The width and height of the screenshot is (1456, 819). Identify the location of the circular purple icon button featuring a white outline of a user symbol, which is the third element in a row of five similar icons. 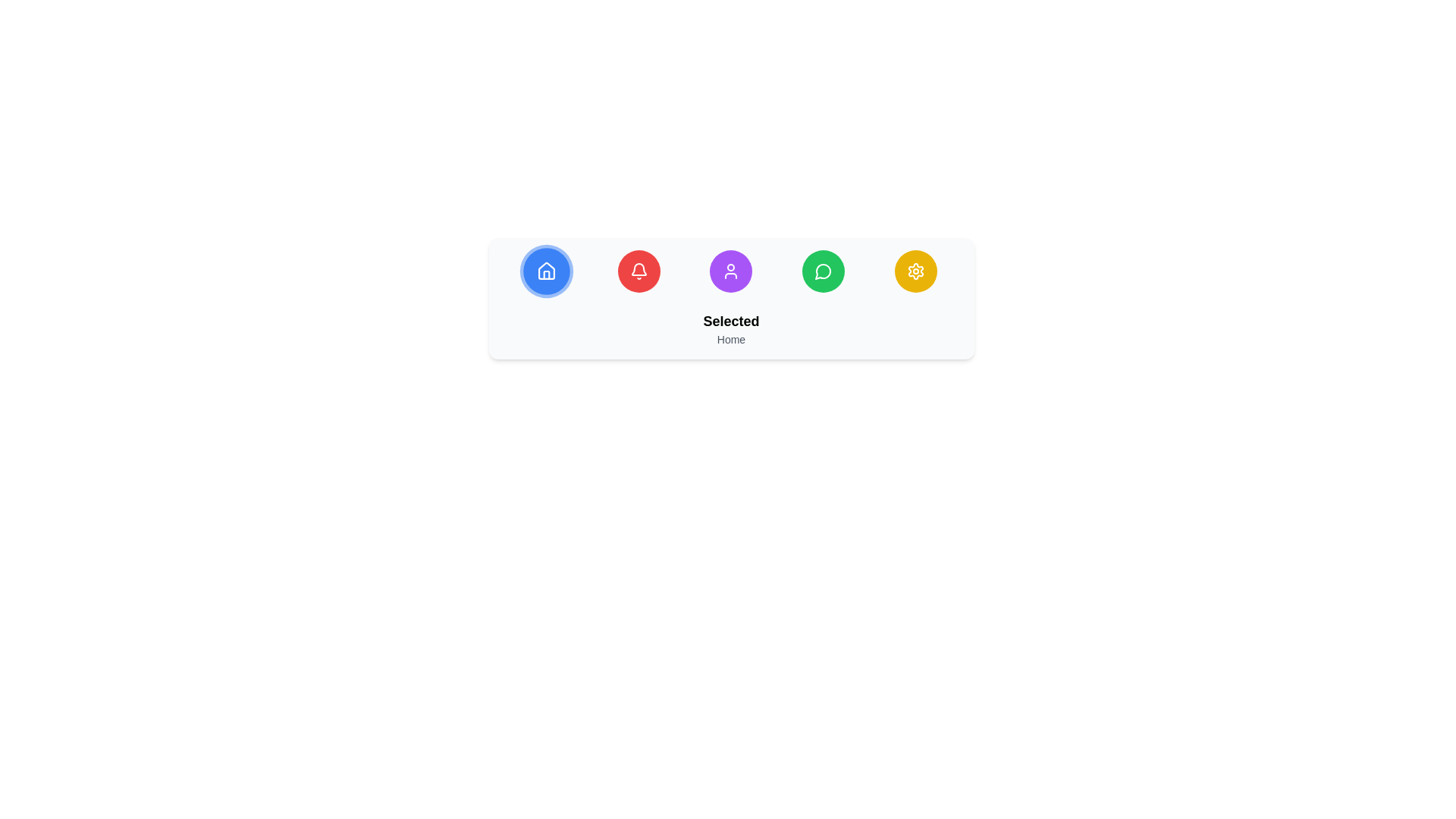
(731, 271).